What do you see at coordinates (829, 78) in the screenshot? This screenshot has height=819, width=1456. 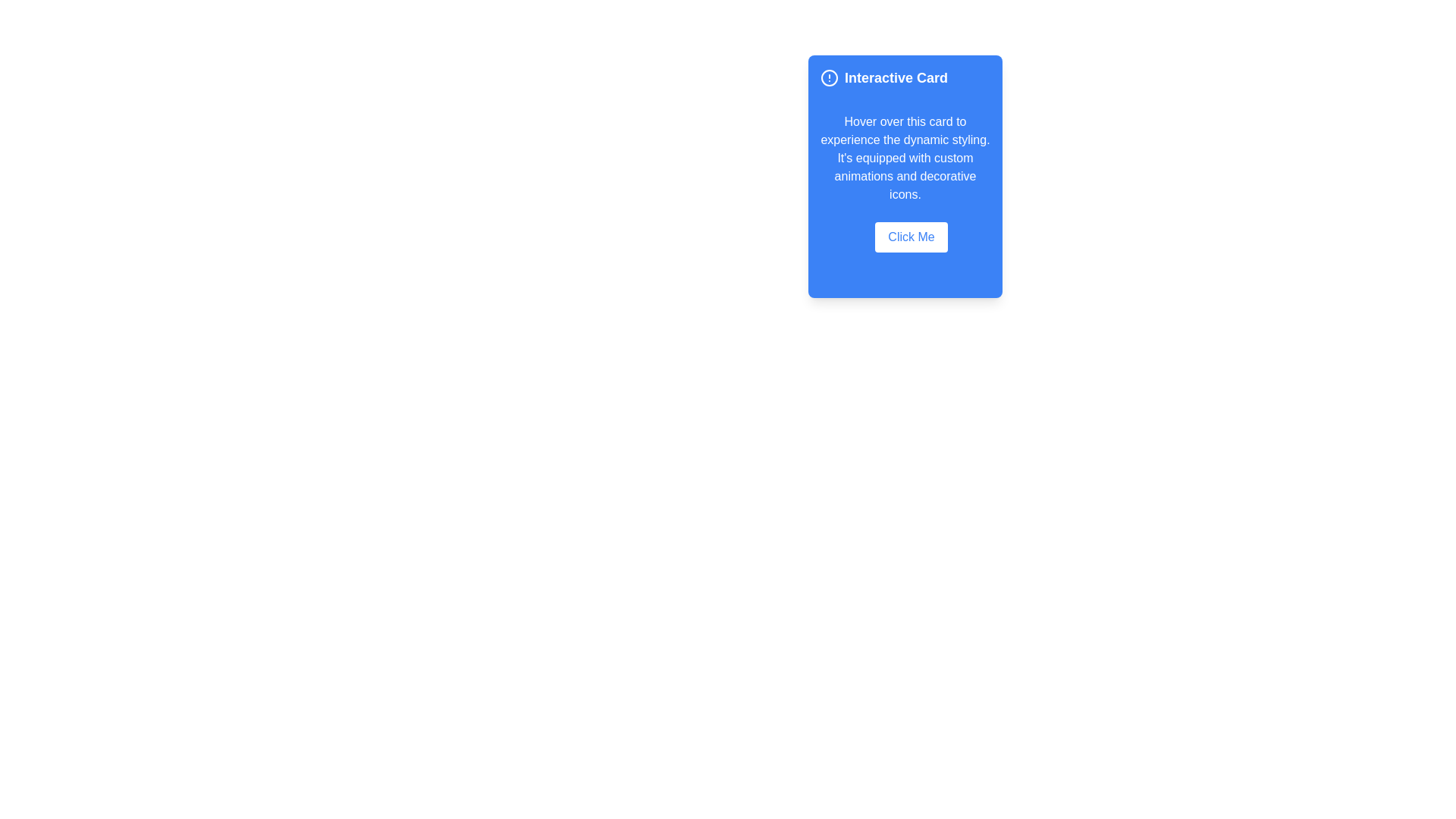 I see `the warning icon with an exclamation mark, which is located to the left of the 'Interactive Card' text in the header section of the card interface` at bounding box center [829, 78].